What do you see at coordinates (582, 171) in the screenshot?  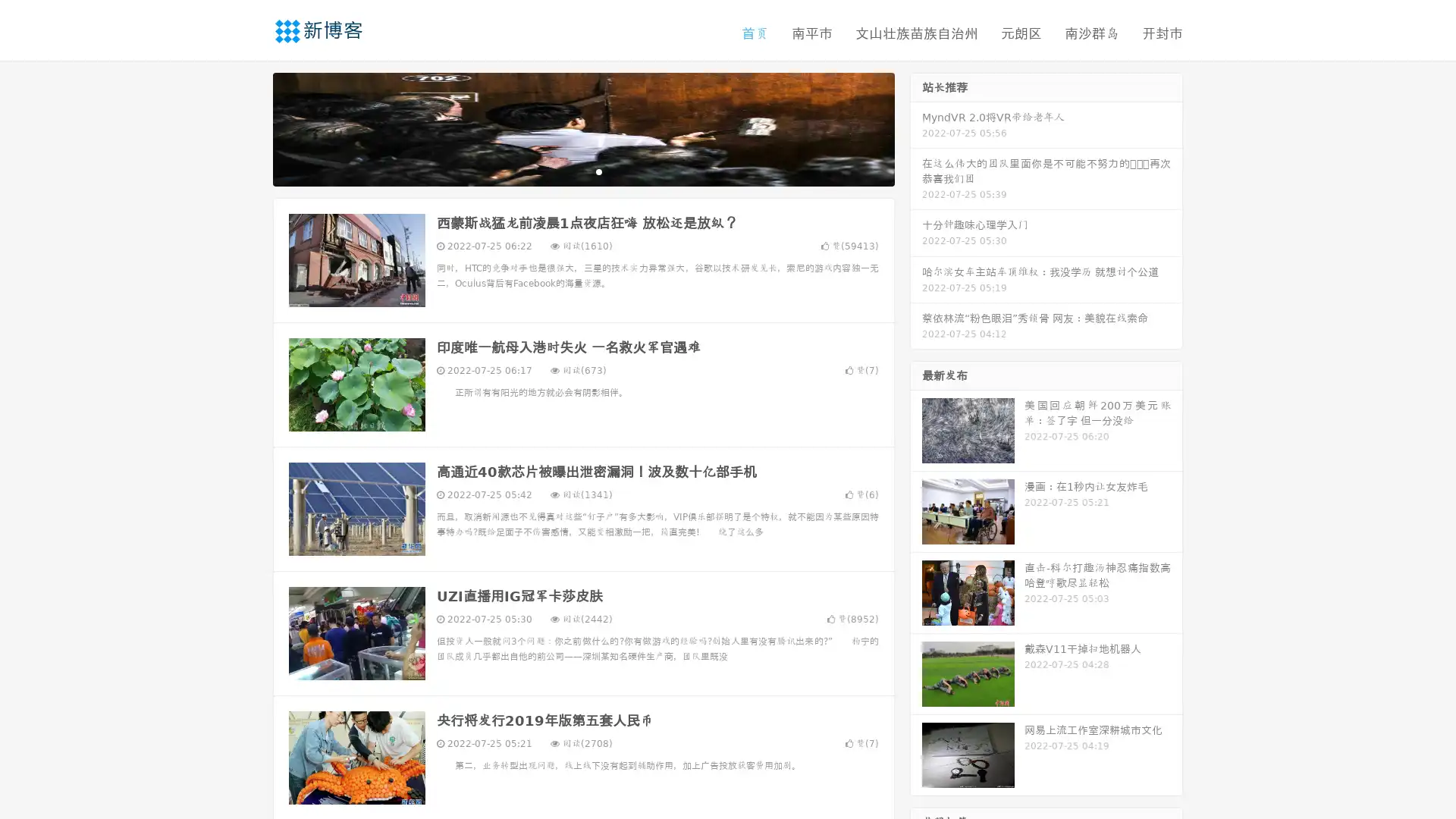 I see `Go to slide 2` at bounding box center [582, 171].